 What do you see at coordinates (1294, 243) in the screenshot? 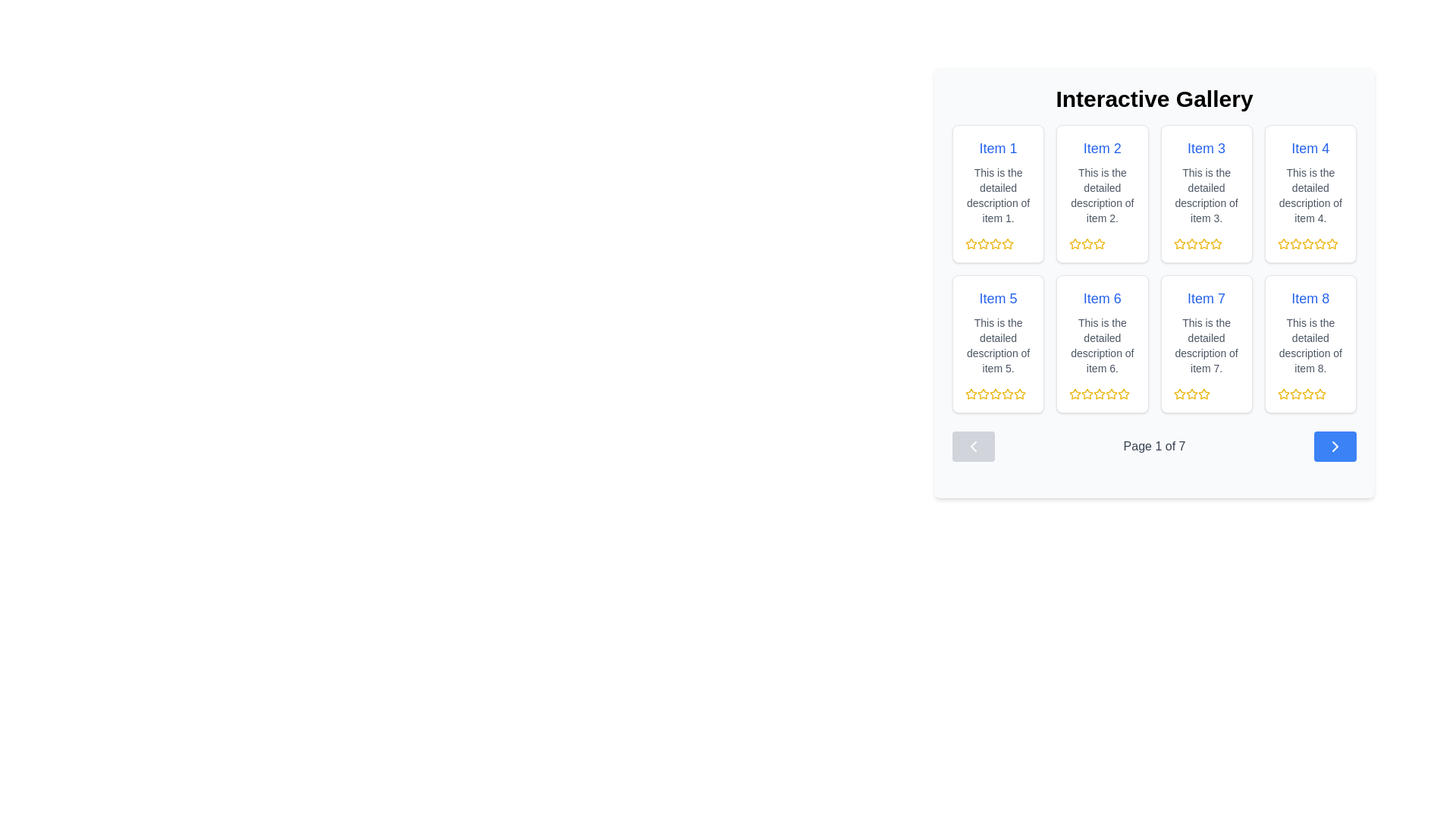
I see `the first star-shaped rating icon with a yellow outline located beneath 'Item 4' in the gallery to rate one star` at bounding box center [1294, 243].